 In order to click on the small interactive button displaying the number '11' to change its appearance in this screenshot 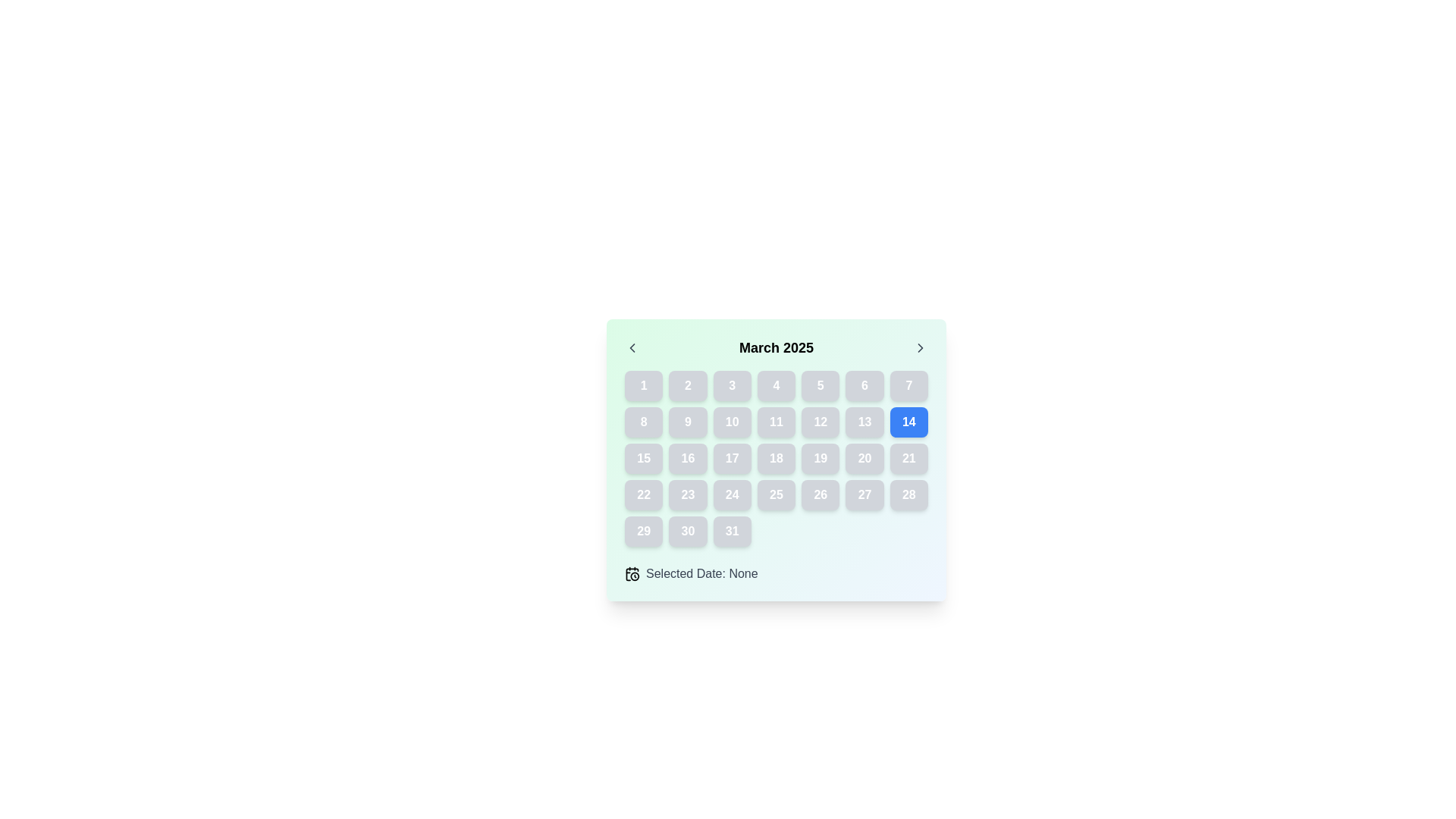, I will do `click(776, 422)`.